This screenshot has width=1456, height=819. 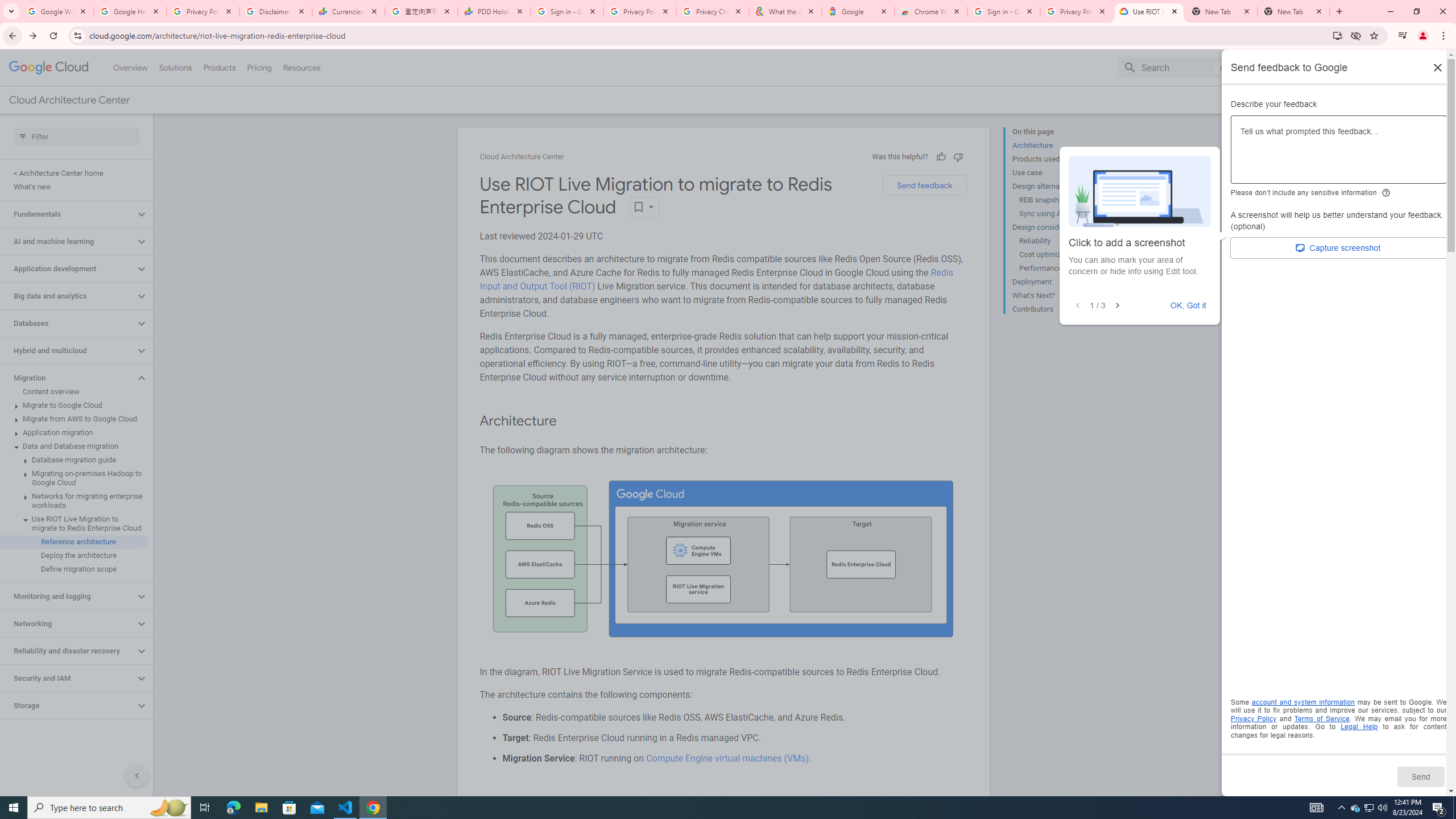 I want to click on 'Fundamentals', so click(x=67, y=213).